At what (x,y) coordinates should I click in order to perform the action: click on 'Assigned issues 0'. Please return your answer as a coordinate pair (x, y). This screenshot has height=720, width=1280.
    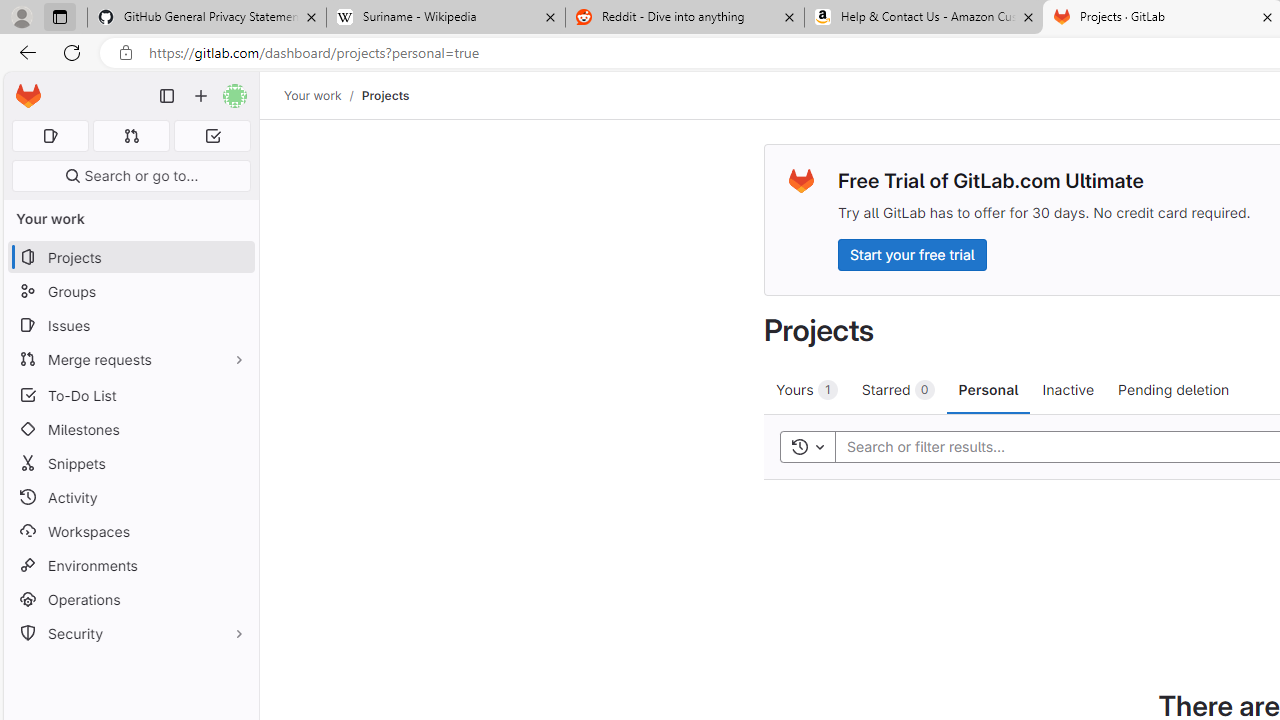
    Looking at the image, I should click on (50, 135).